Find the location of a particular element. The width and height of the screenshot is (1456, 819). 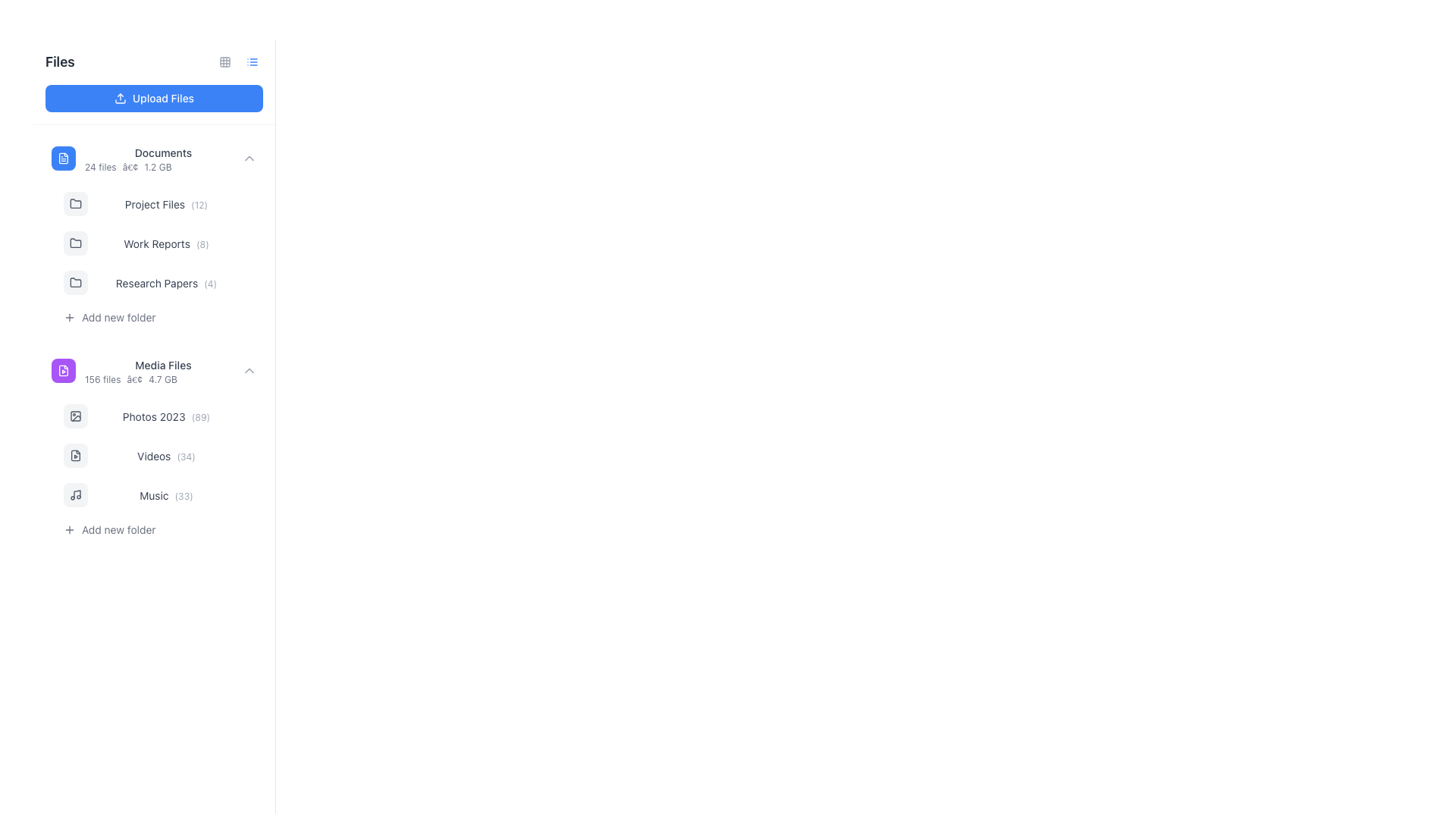

the text label named 'Work Reports' located in the Documents section, which is aligned with the count '(8)' and is the third element after 'Project Files' is located at coordinates (156, 243).